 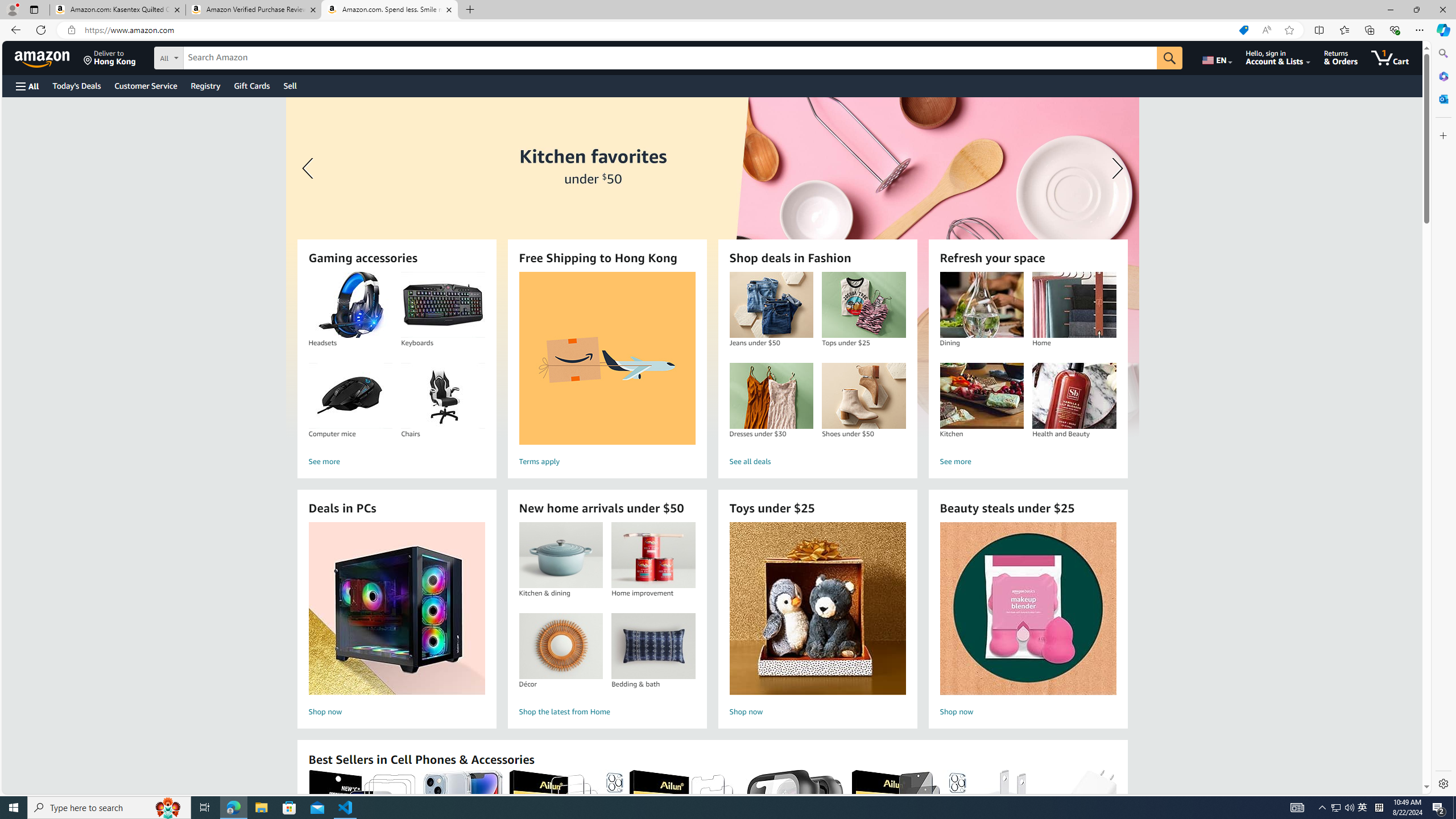 I want to click on 'Amazon', so click(x=43, y=57).